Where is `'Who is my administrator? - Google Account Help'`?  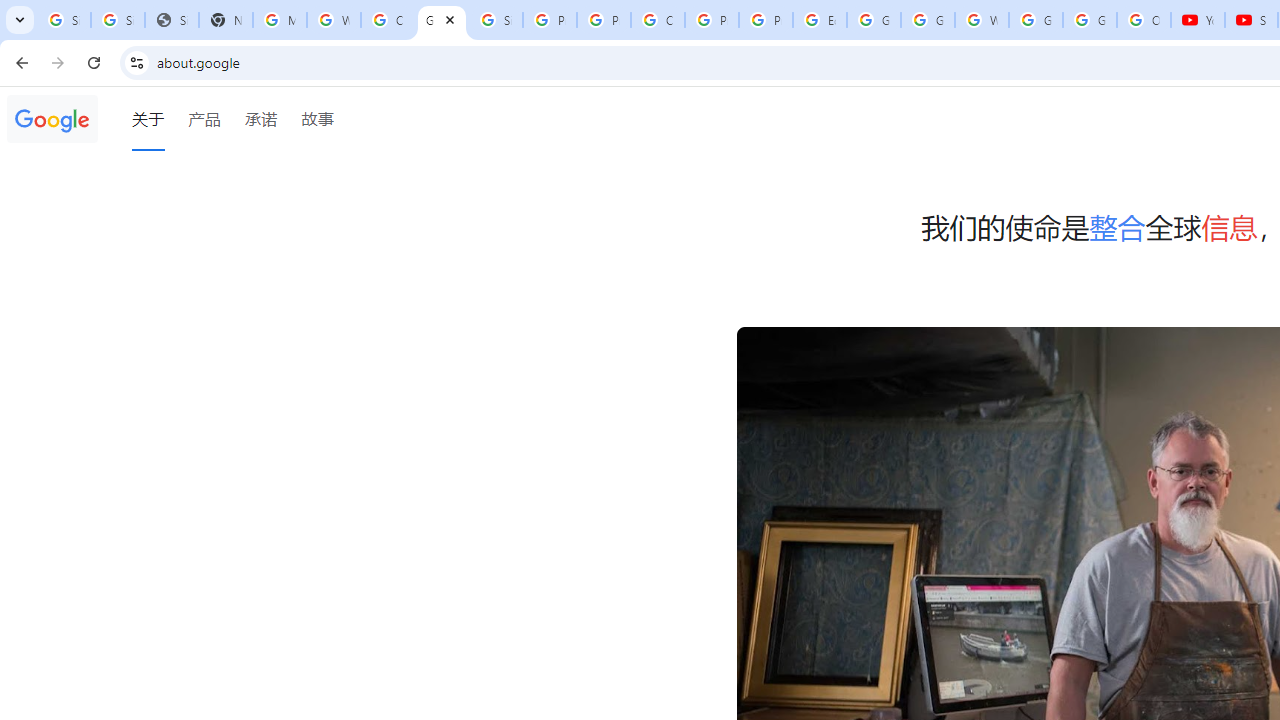
'Who is my administrator? - Google Account Help' is located at coordinates (334, 20).